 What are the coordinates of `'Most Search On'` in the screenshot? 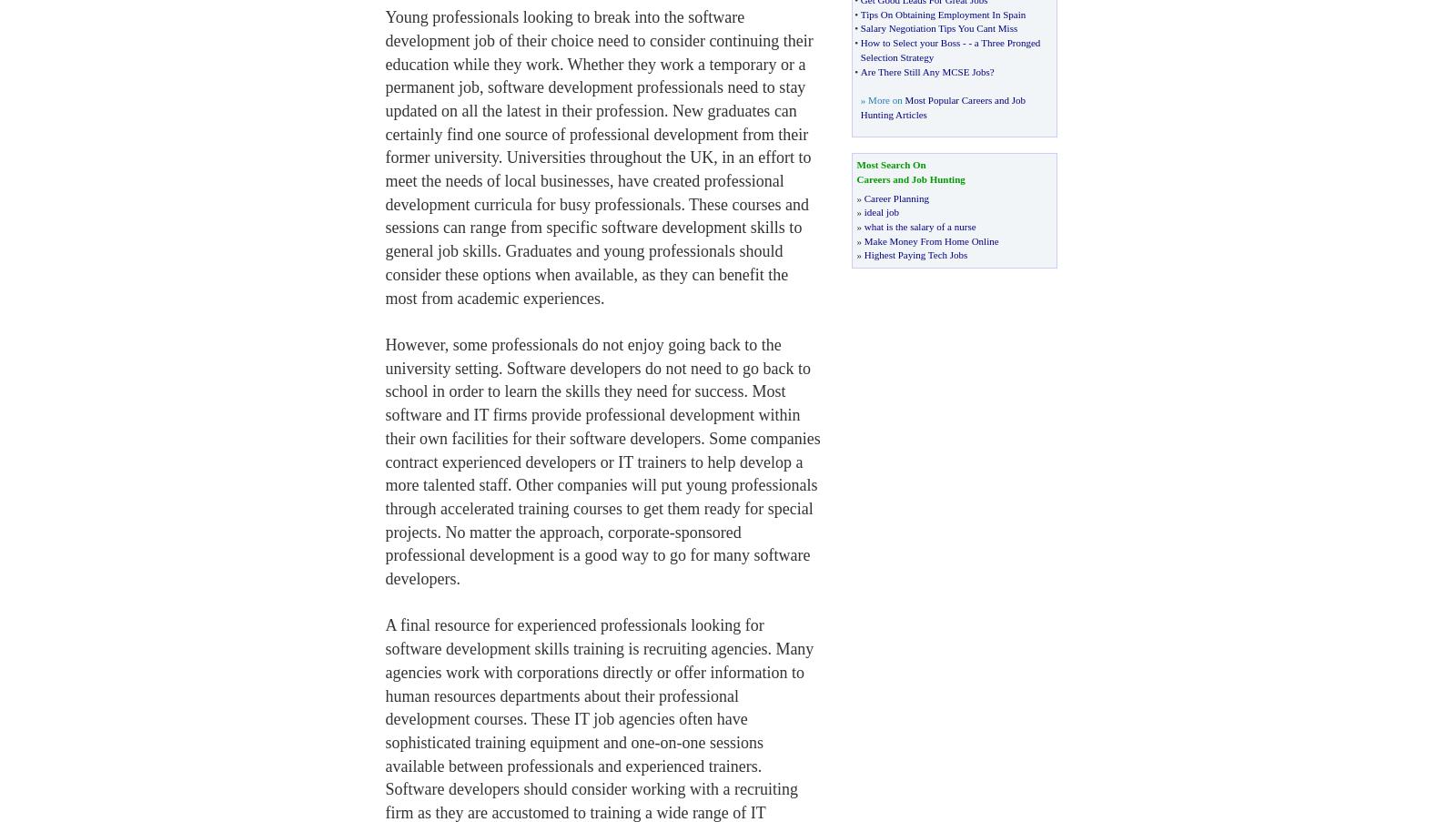 It's located at (890, 163).